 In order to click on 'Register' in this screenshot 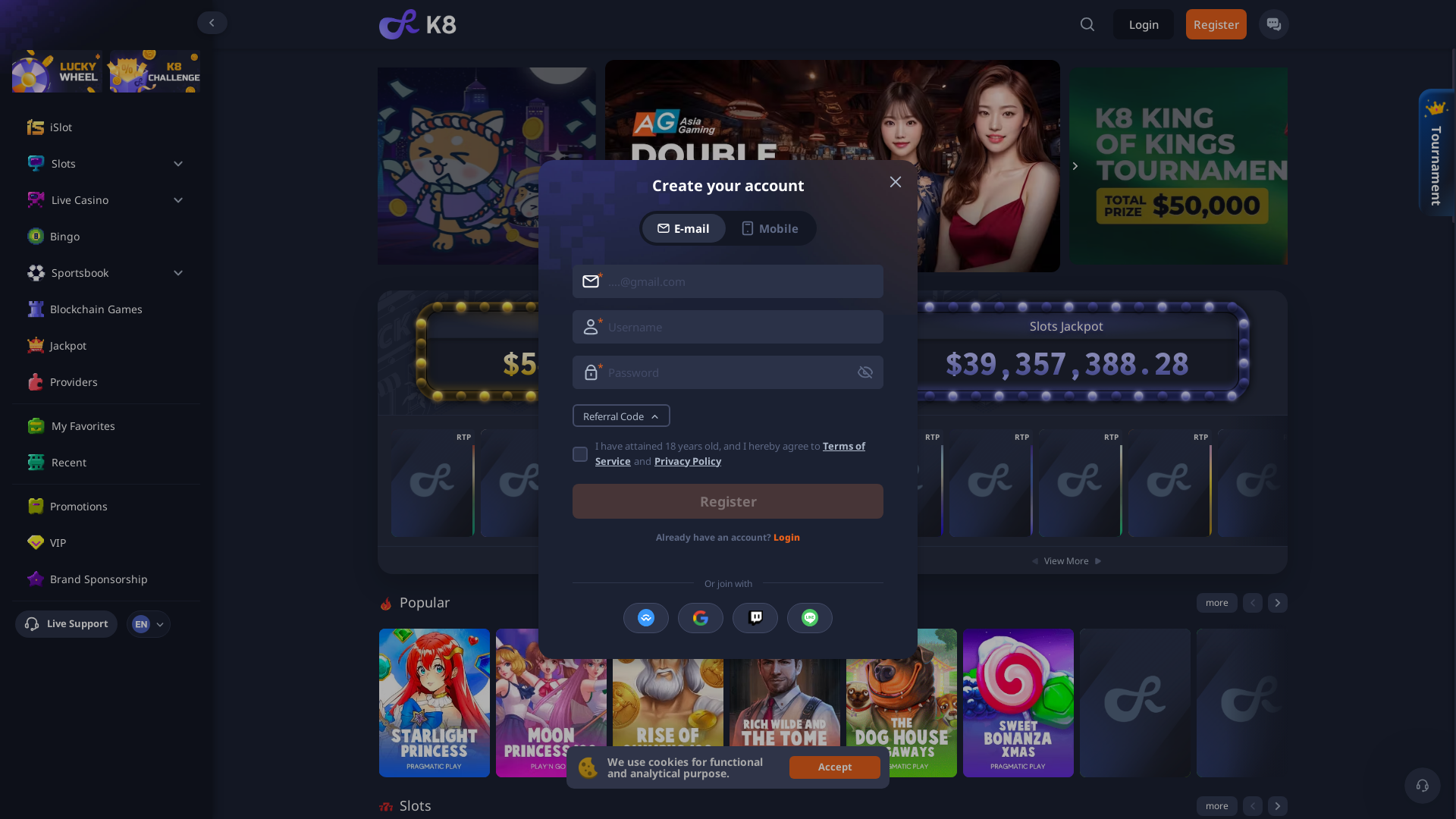, I will do `click(1216, 24)`.